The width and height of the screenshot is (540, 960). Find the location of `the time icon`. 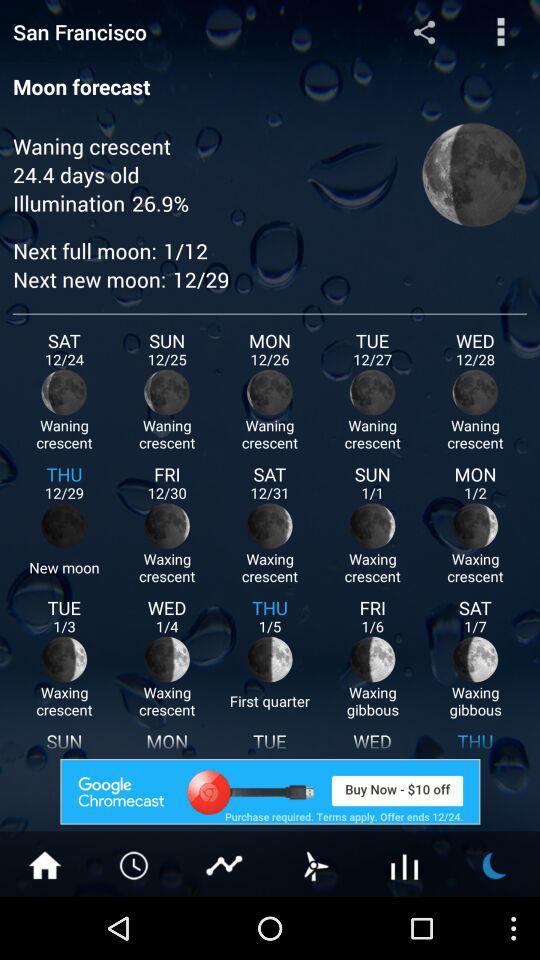

the time icon is located at coordinates (135, 925).